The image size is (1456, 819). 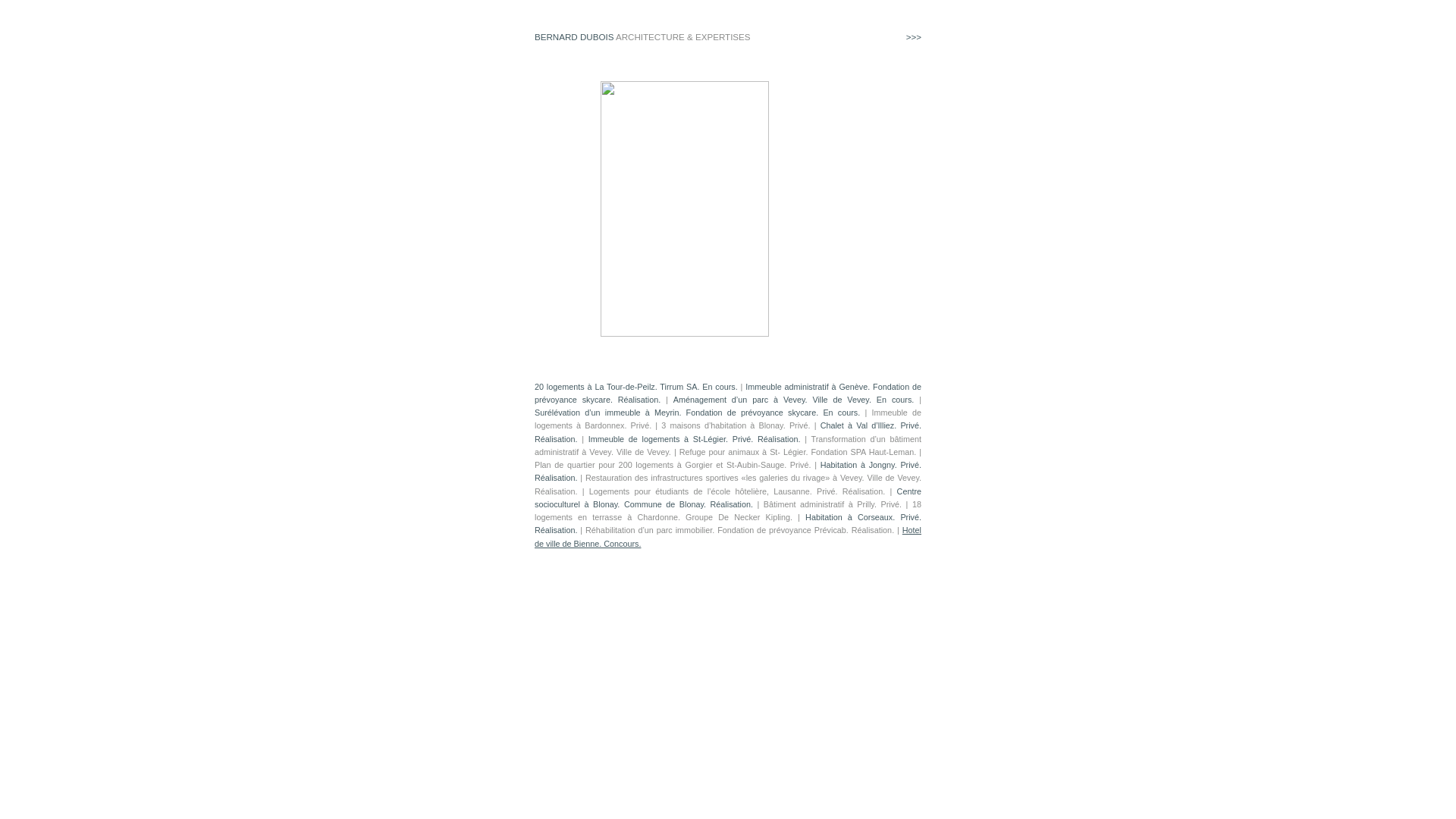 I want to click on 'Hotel de ville de Bienne. Concours.', so click(x=728, y=535).